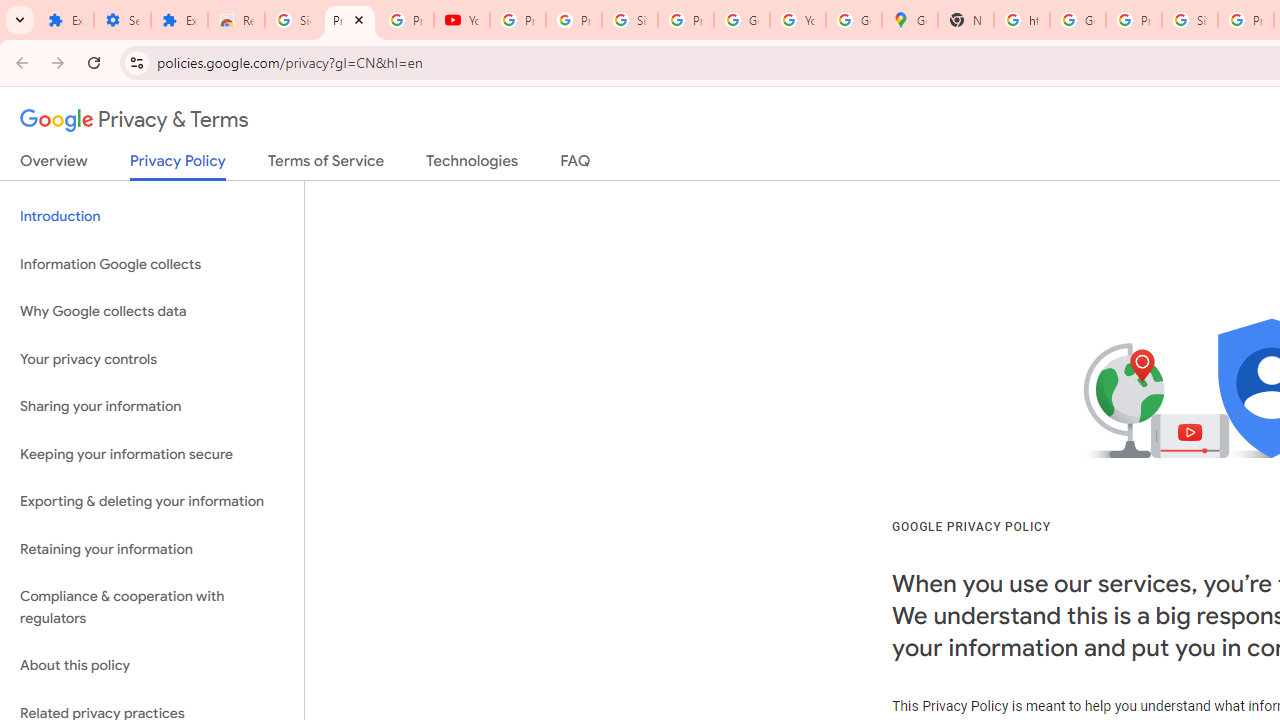 This screenshot has width=1280, height=720. I want to click on 'Retaining your information', so click(151, 549).